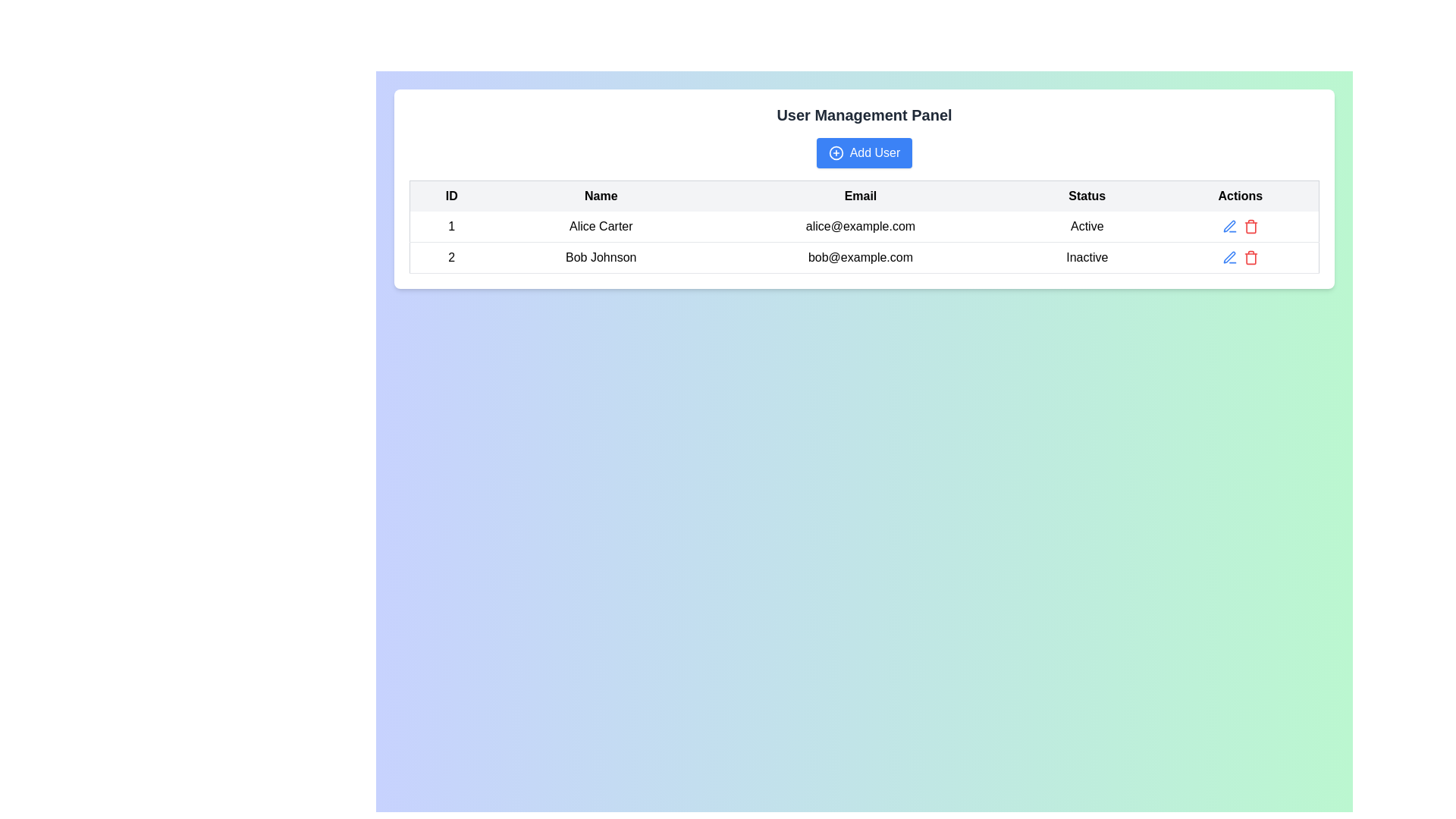 This screenshot has height=819, width=1456. Describe the element at coordinates (1240, 256) in the screenshot. I see `the delete button located in the Action button group, which is styled in red and is part of the second row in the Actions column of the table layout` at that location.